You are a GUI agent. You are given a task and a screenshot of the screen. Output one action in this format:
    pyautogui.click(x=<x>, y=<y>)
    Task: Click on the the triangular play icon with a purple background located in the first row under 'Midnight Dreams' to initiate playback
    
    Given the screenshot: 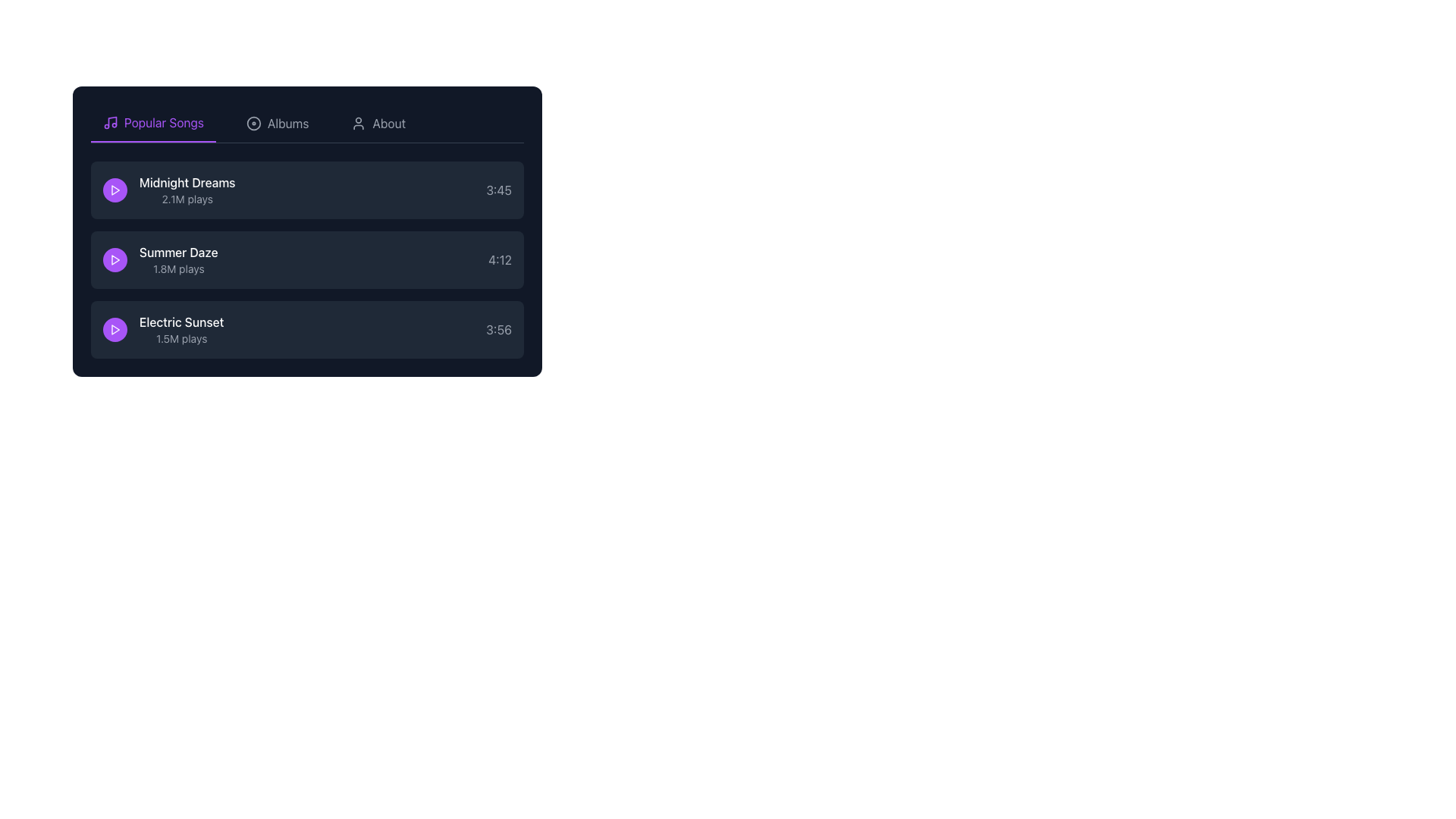 What is the action you would take?
    pyautogui.click(x=115, y=189)
    